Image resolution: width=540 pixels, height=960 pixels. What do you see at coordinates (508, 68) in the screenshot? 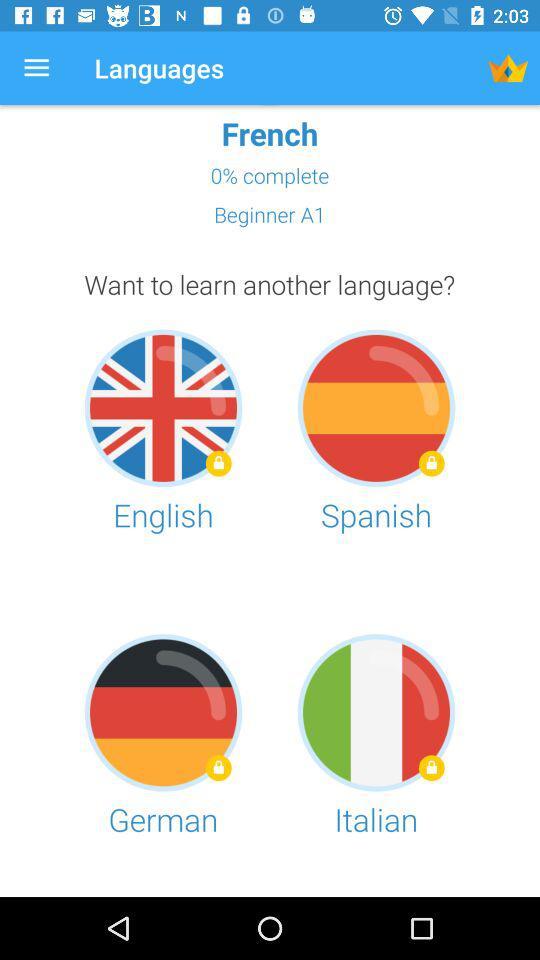
I see `icon at the top right corner` at bounding box center [508, 68].